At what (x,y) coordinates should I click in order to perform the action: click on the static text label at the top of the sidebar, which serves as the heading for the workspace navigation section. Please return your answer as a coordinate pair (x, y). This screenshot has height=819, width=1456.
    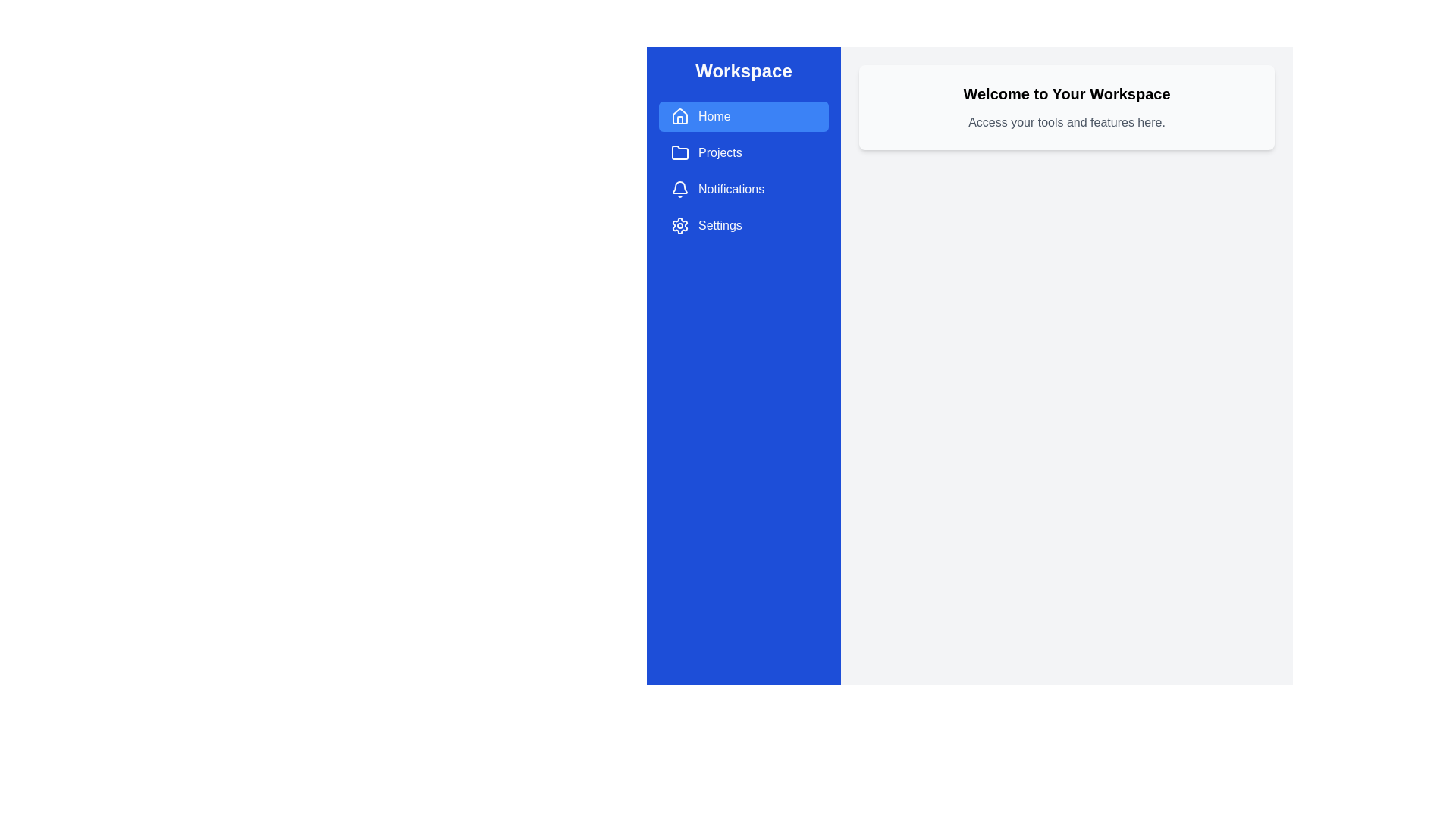
    Looking at the image, I should click on (743, 71).